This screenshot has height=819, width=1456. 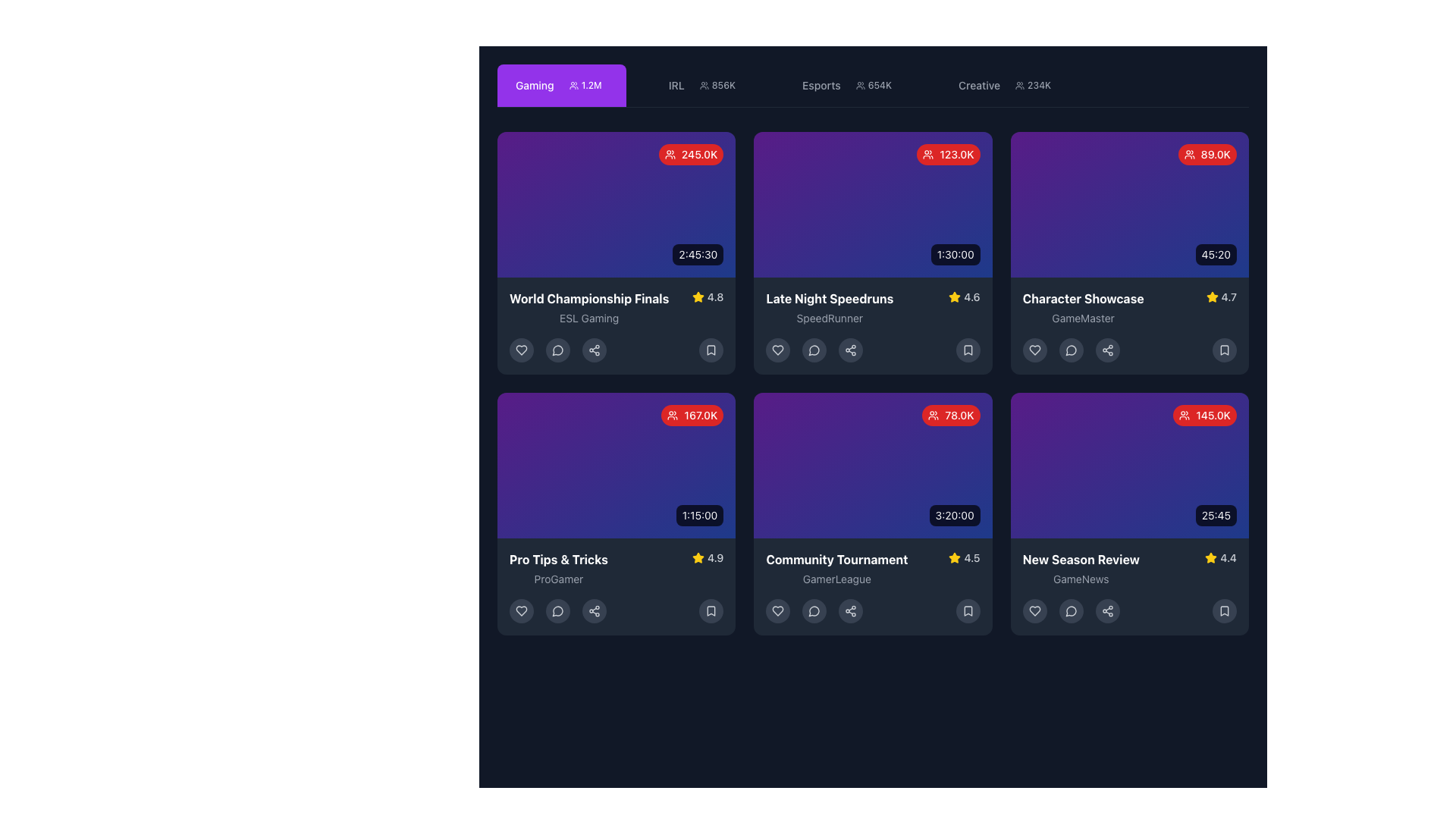 I want to click on the media card in the second row and first column of the grid, so click(x=617, y=513).